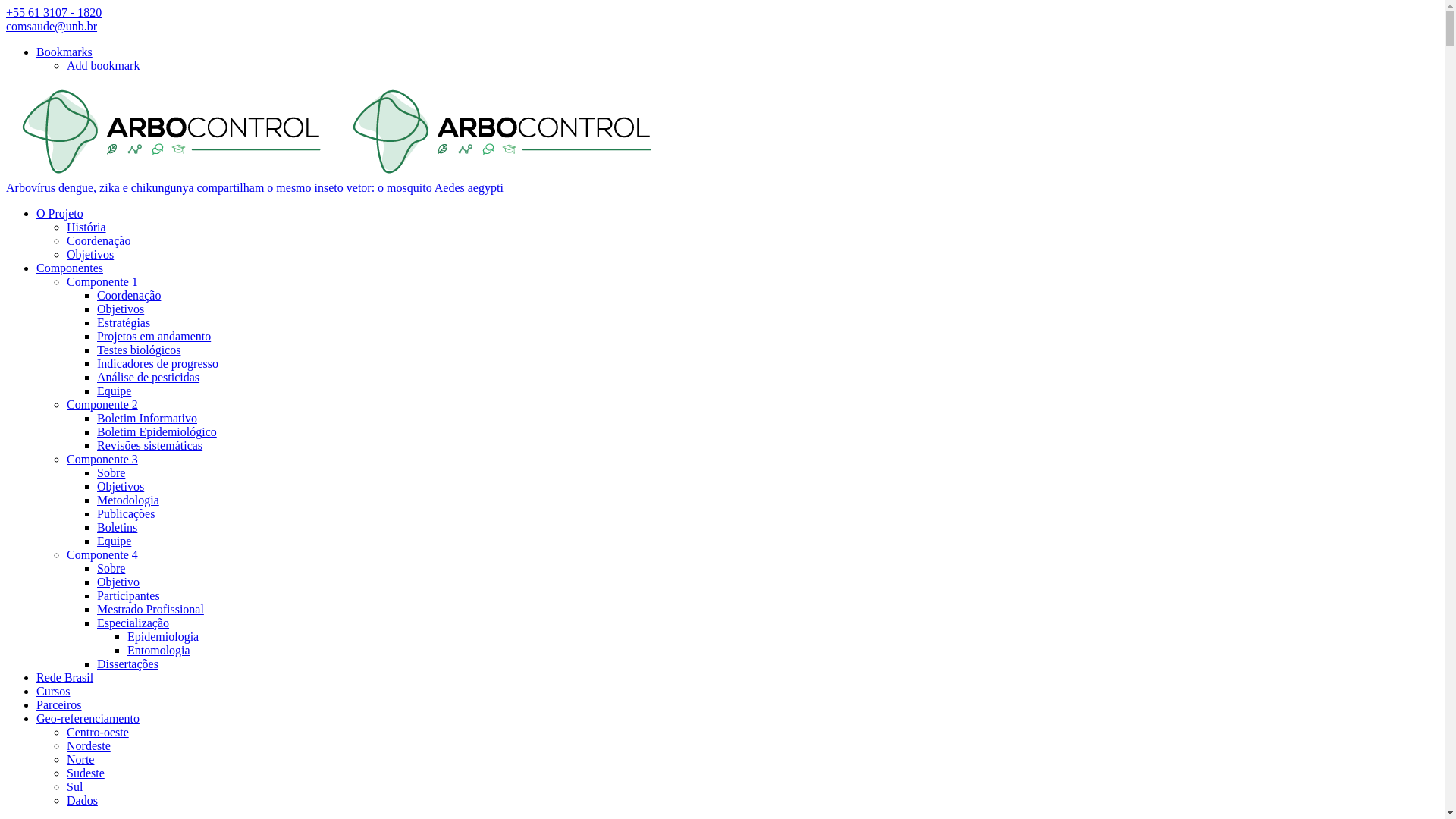 The image size is (1456, 819). I want to click on 'Centro-oeste', so click(97, 731).